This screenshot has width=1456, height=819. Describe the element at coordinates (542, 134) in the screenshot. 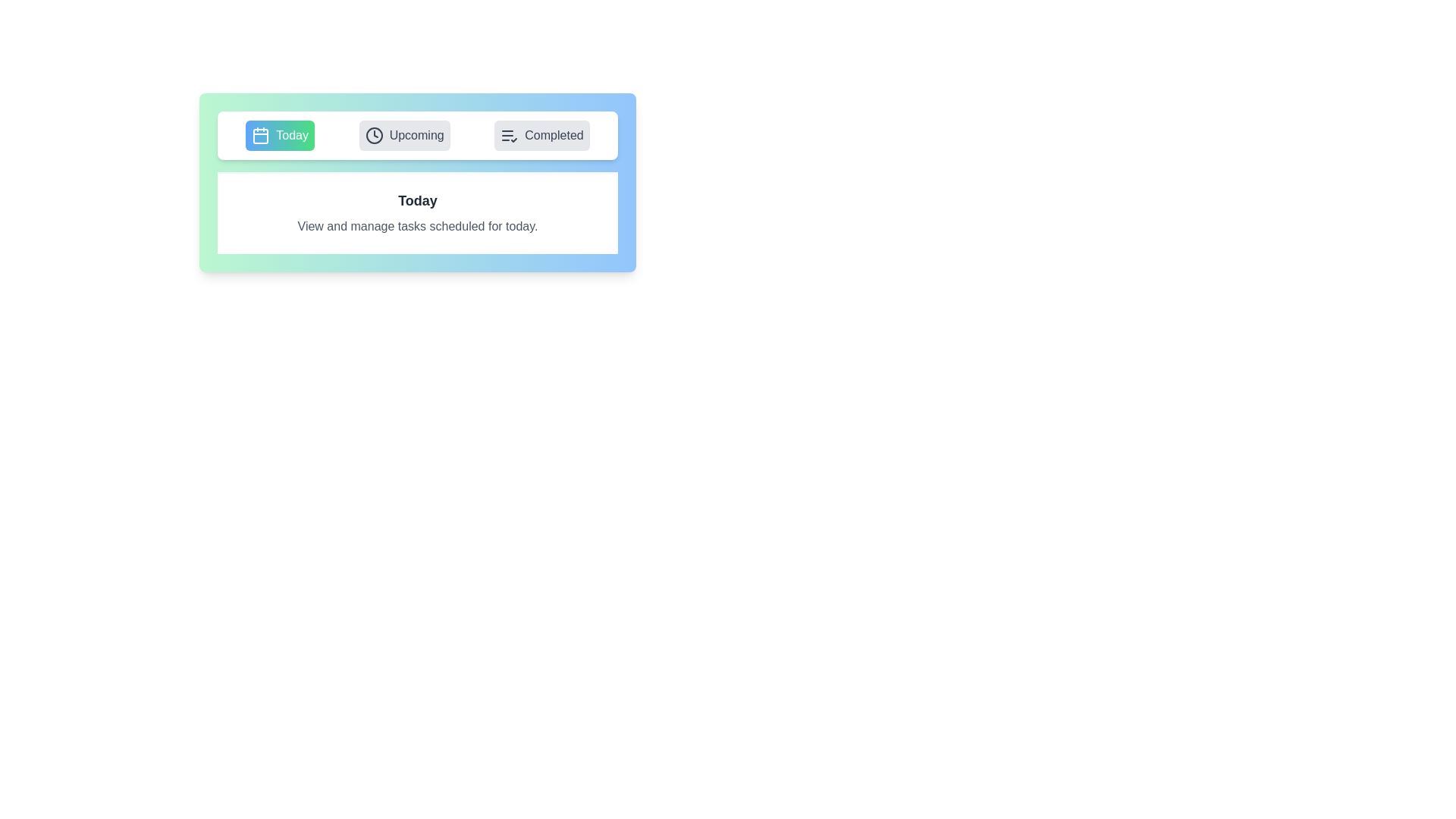

I see `the Completed tab` at that location.